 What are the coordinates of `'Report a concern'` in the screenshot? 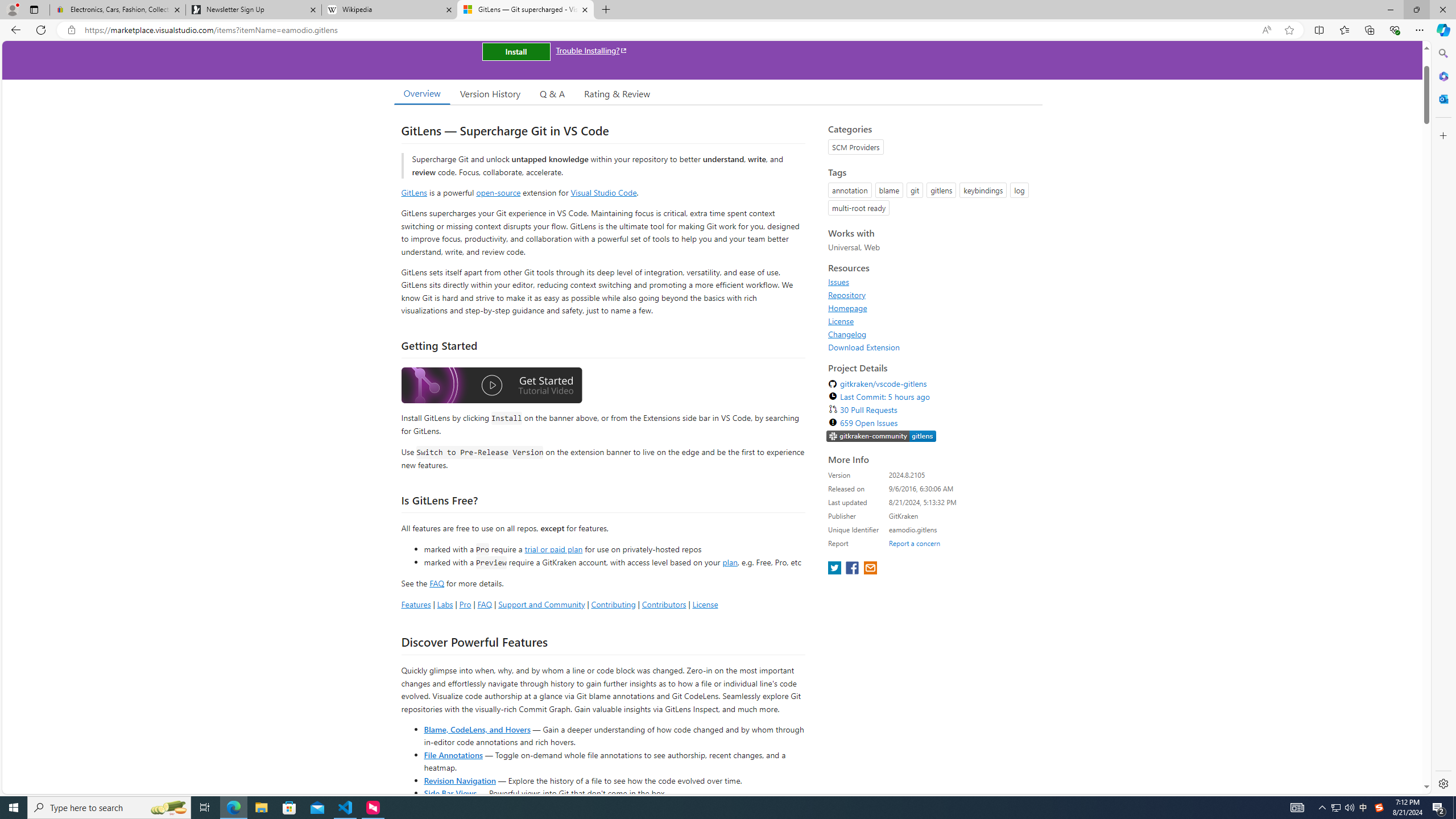 It's located at (913, 543).